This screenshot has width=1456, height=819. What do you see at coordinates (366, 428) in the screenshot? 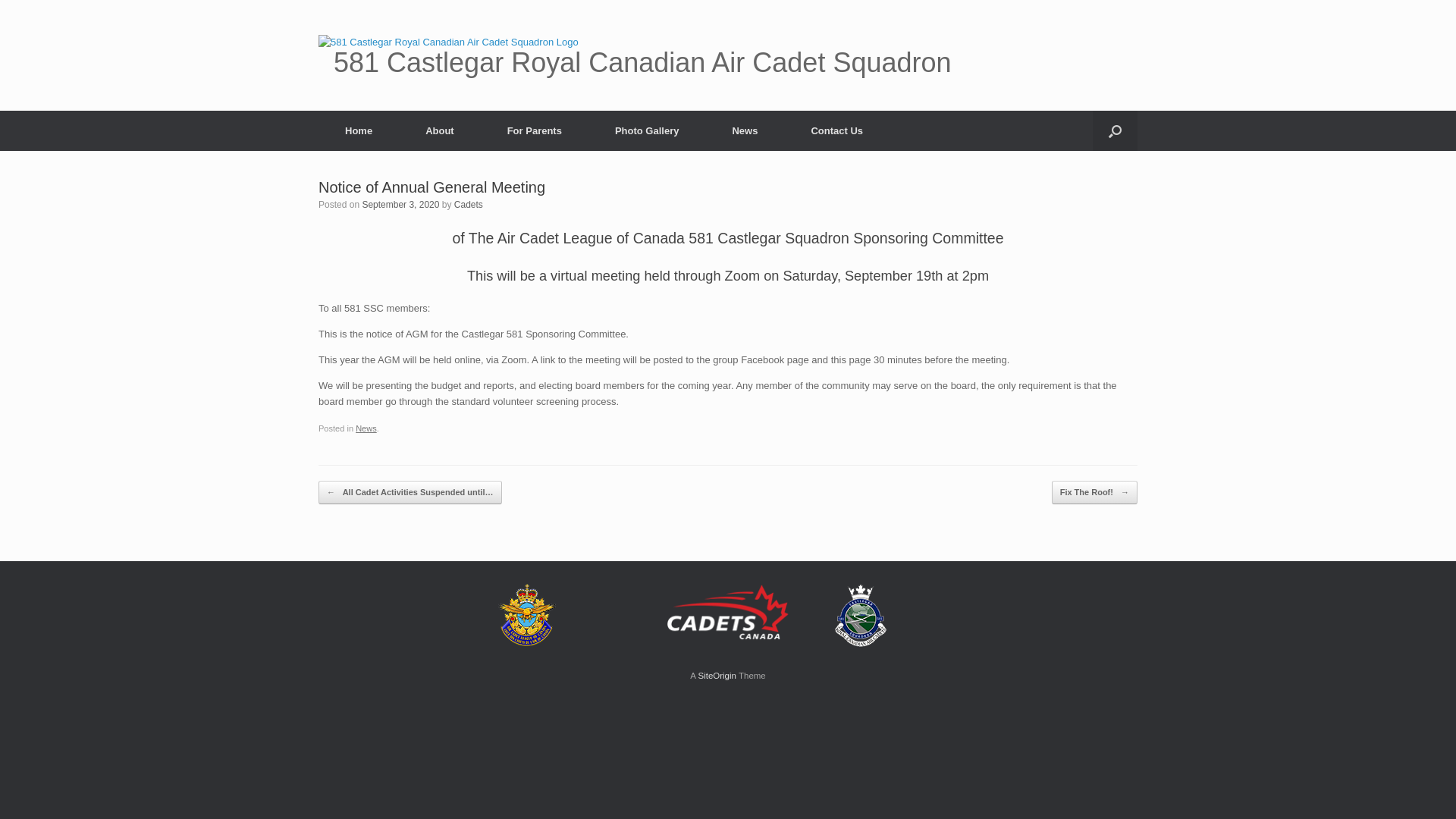
I see `'News'` at bounding box center [366, 428].